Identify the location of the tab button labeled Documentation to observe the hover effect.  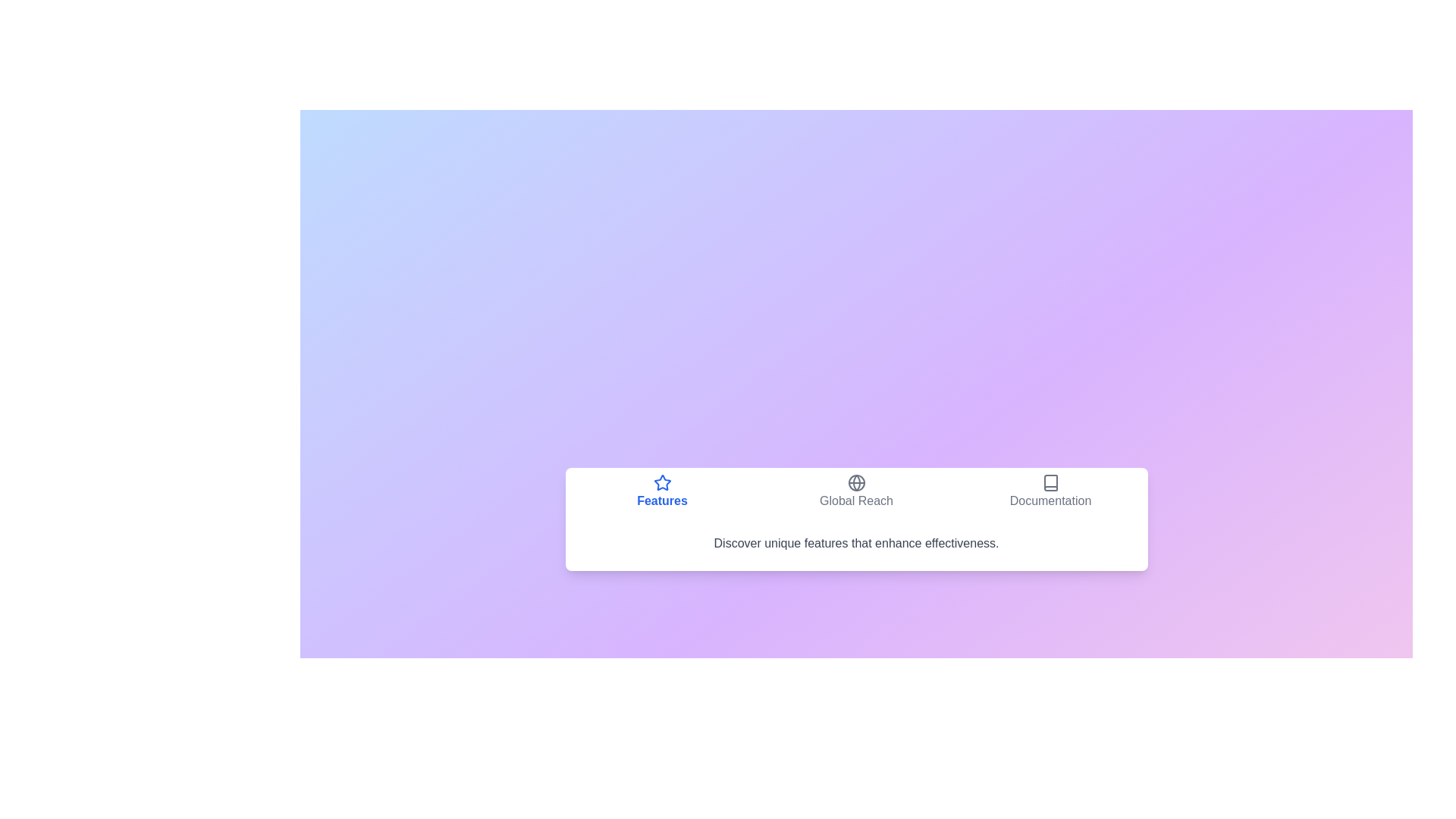
(1050, 491).